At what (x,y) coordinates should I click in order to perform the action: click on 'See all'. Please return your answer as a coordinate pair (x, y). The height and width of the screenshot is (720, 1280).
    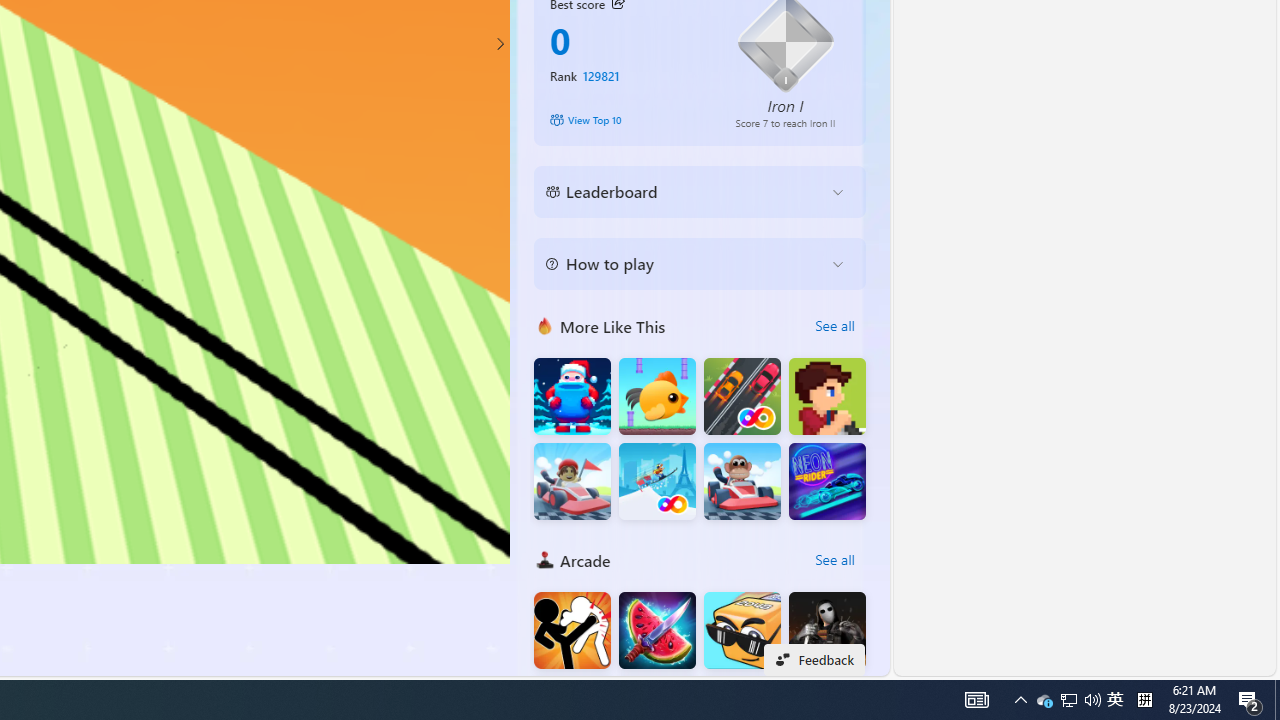
    Looking at the image, I should click on (835, 560).